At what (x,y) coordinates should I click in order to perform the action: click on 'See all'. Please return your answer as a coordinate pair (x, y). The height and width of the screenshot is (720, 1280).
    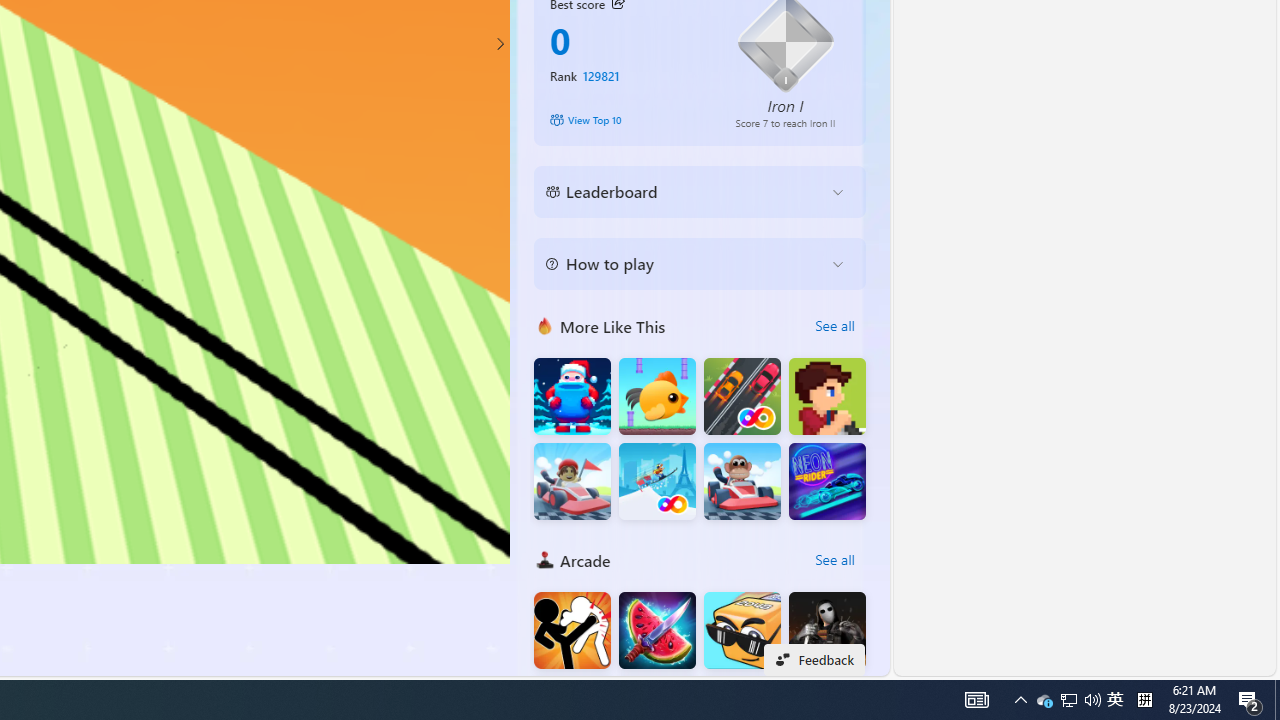
    Looking at the image, I should click on (835, 560).